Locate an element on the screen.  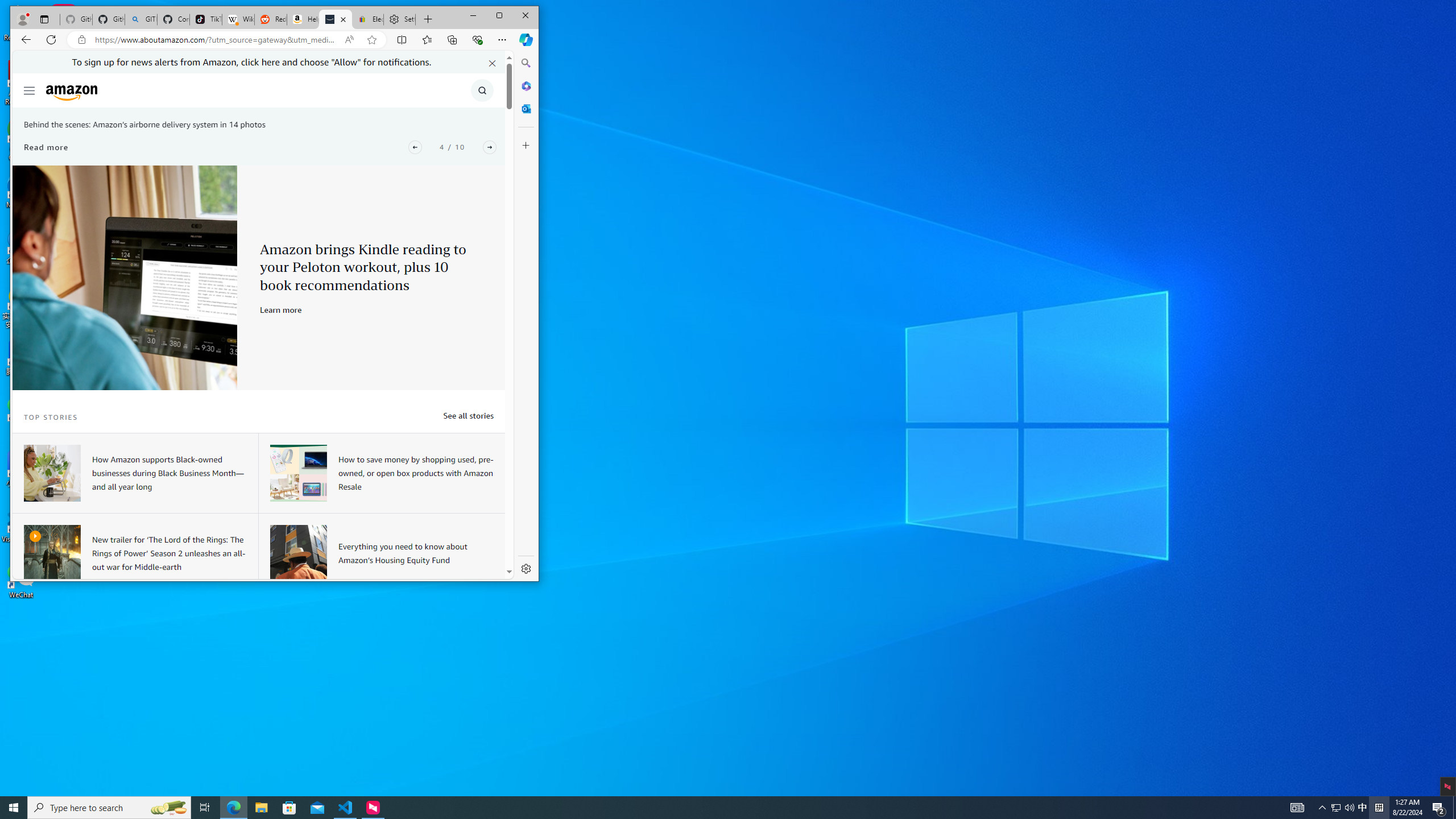
'Previous' is located at coordinates (415, 147).